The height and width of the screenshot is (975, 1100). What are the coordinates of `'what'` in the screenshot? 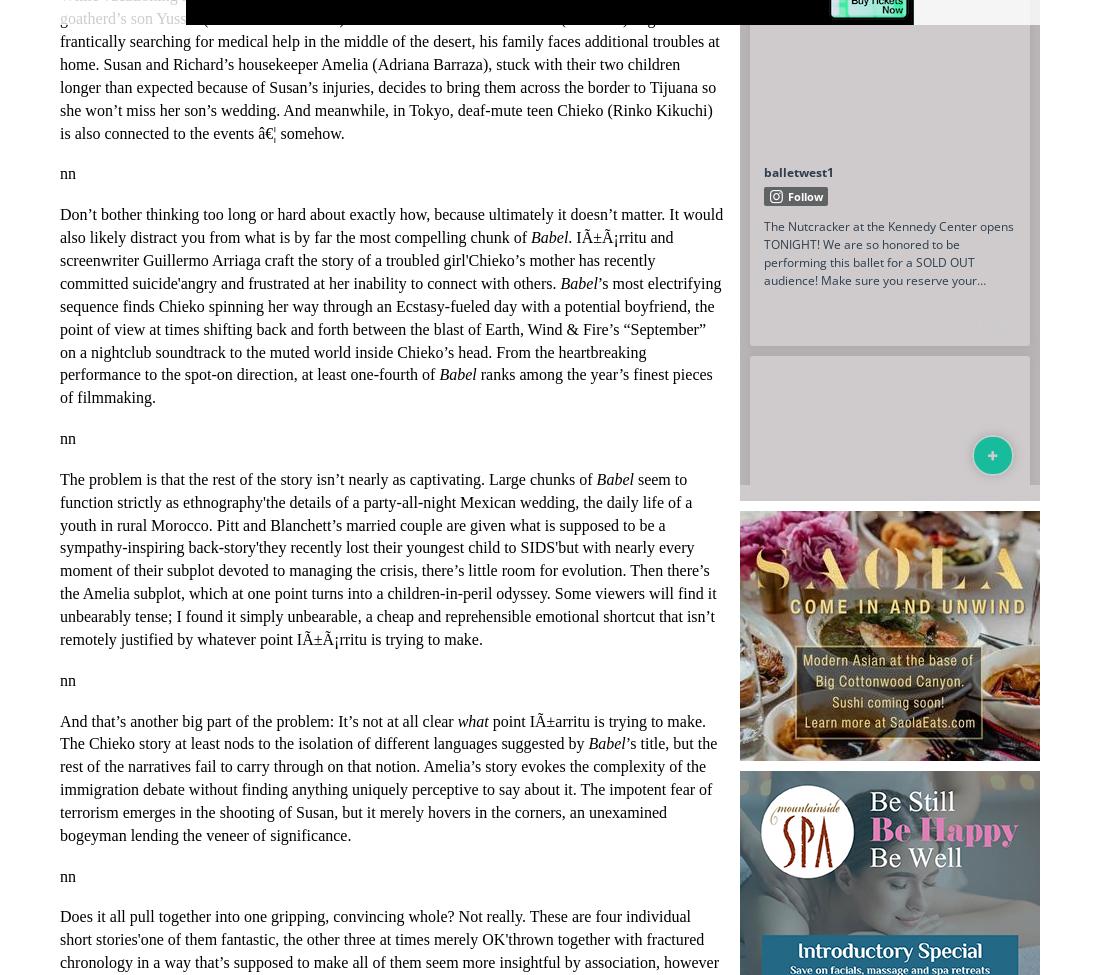 It's located at (473, 719).